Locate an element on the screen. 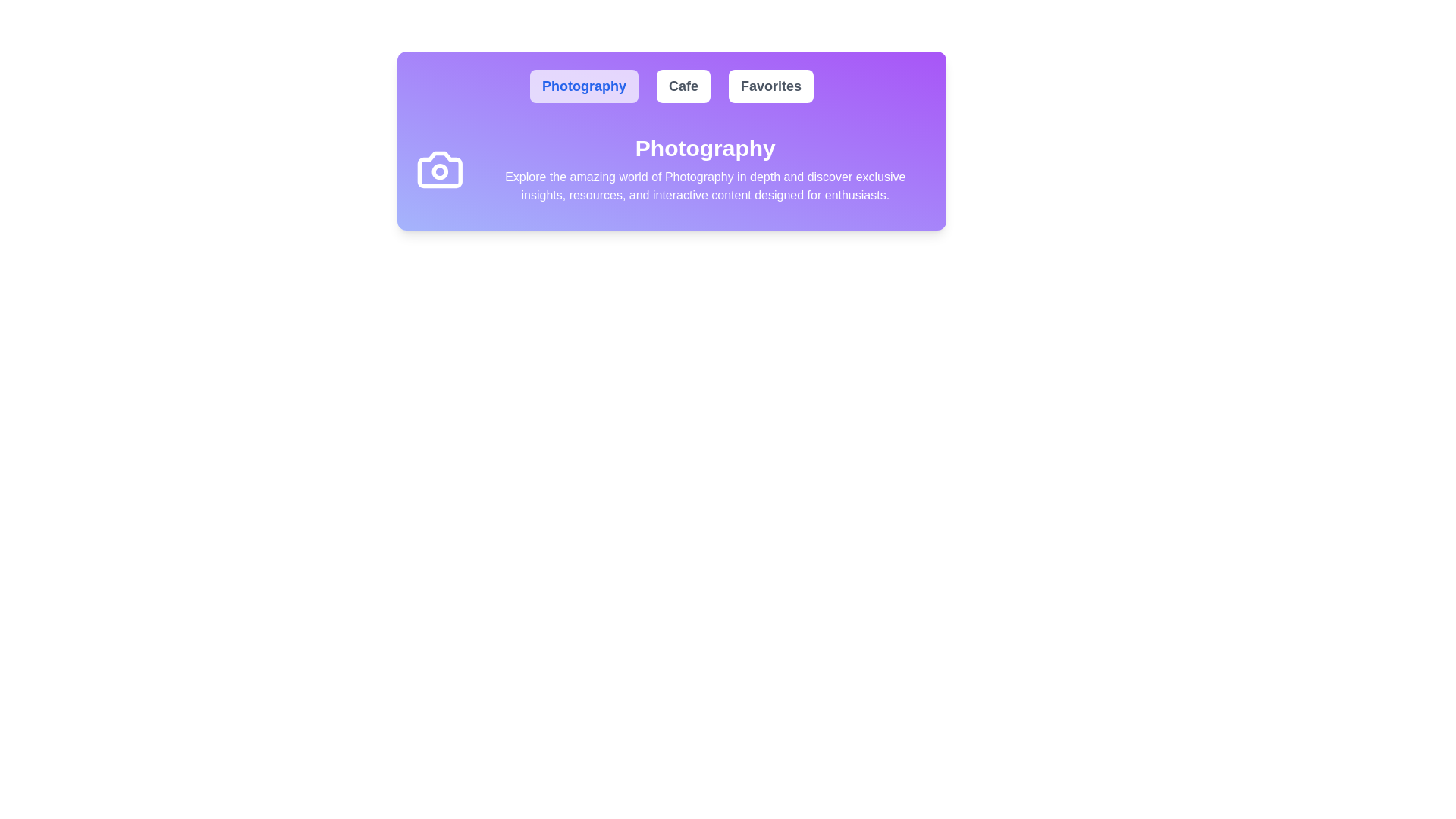  the 'Photography' button element is located at coordinates (583, 86).